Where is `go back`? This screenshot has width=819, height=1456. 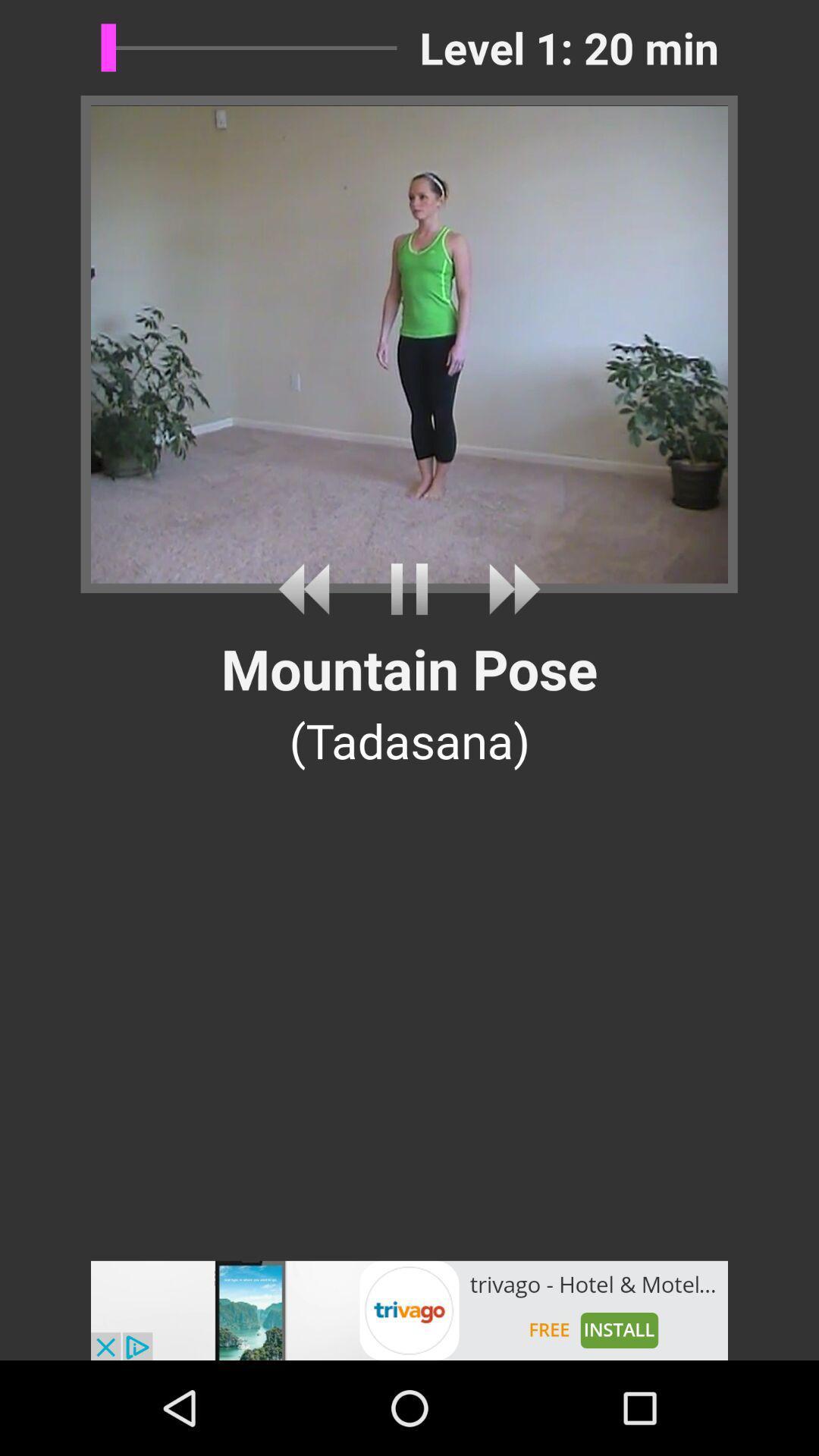
go back is located at coordinates (309, 588).